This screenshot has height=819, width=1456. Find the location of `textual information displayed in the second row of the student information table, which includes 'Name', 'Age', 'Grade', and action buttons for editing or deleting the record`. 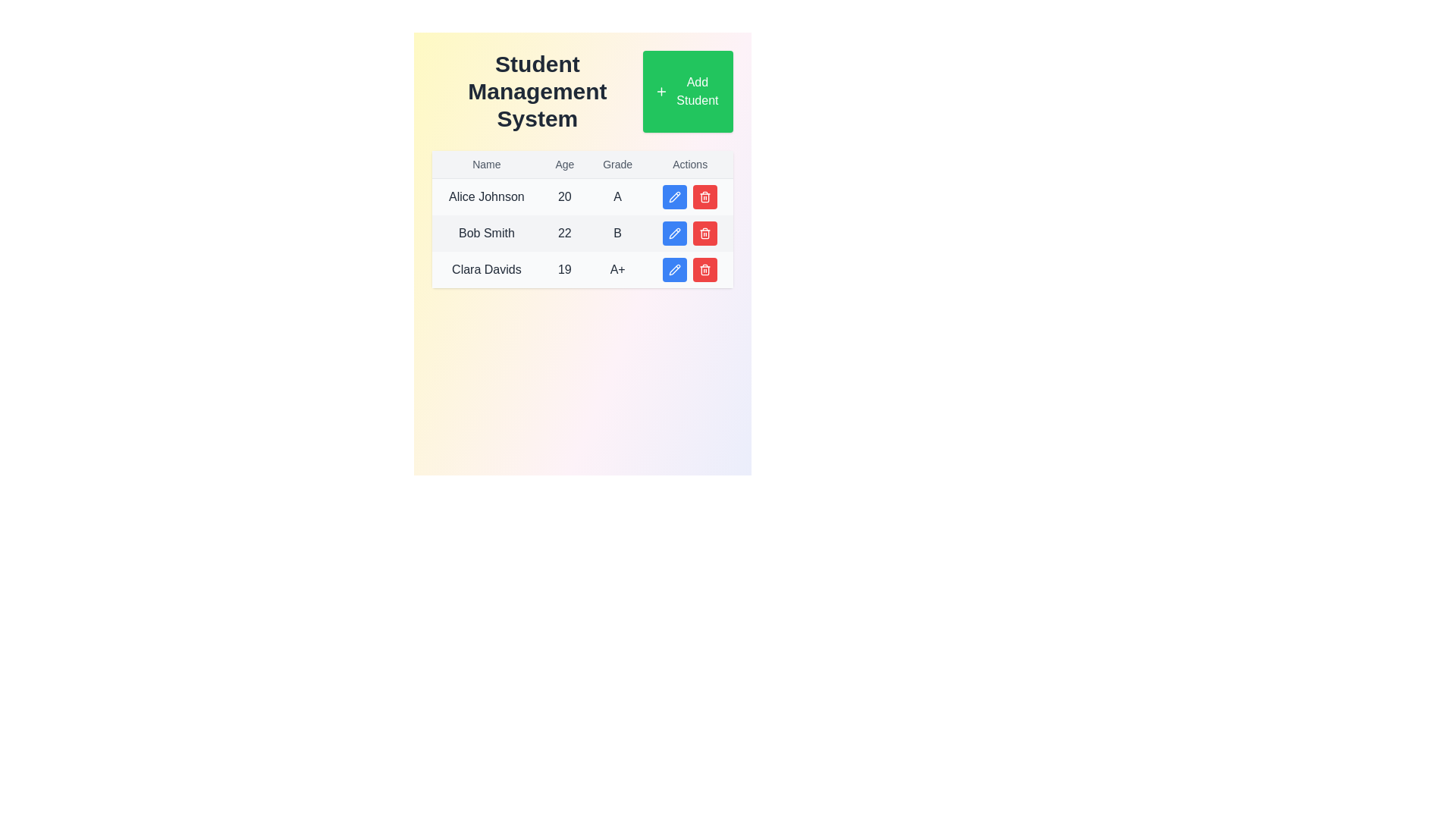

textual information displayed in the second row of the student information table, which includes 'Name', 'Age', 'Grade', and action buttons for editing or deleting the record is located at coordinates (582, 233).